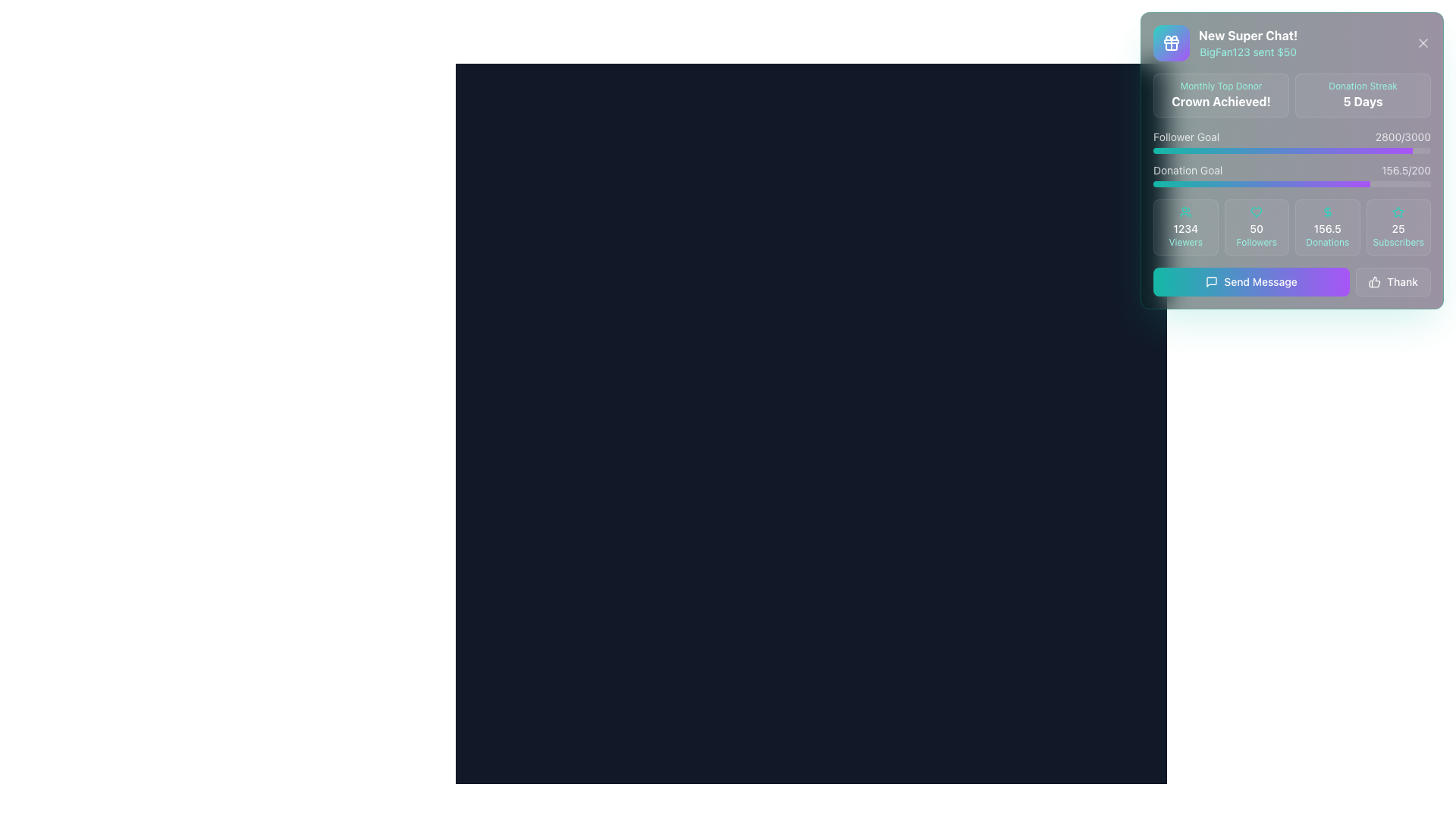  I want to click on the Progress indicator bar element that is a horizontal bar with a gradient color transition from teal to purple, located within the 'Donation Goal' progress bar below the 'Donation Goal' label, so click(1262, 184).